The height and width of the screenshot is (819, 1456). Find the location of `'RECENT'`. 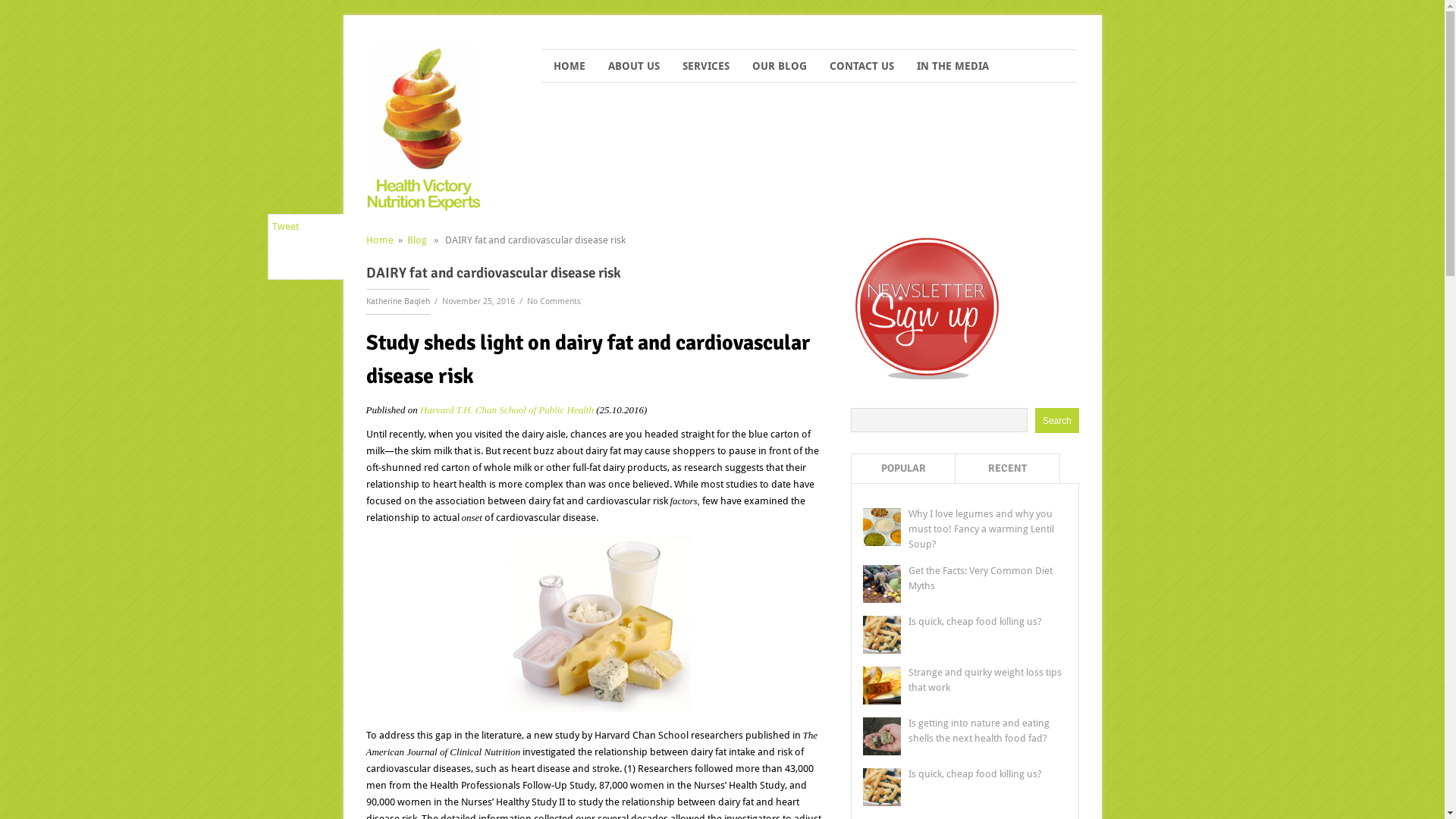

'RECENT' is located at coordinates (1008, 467).